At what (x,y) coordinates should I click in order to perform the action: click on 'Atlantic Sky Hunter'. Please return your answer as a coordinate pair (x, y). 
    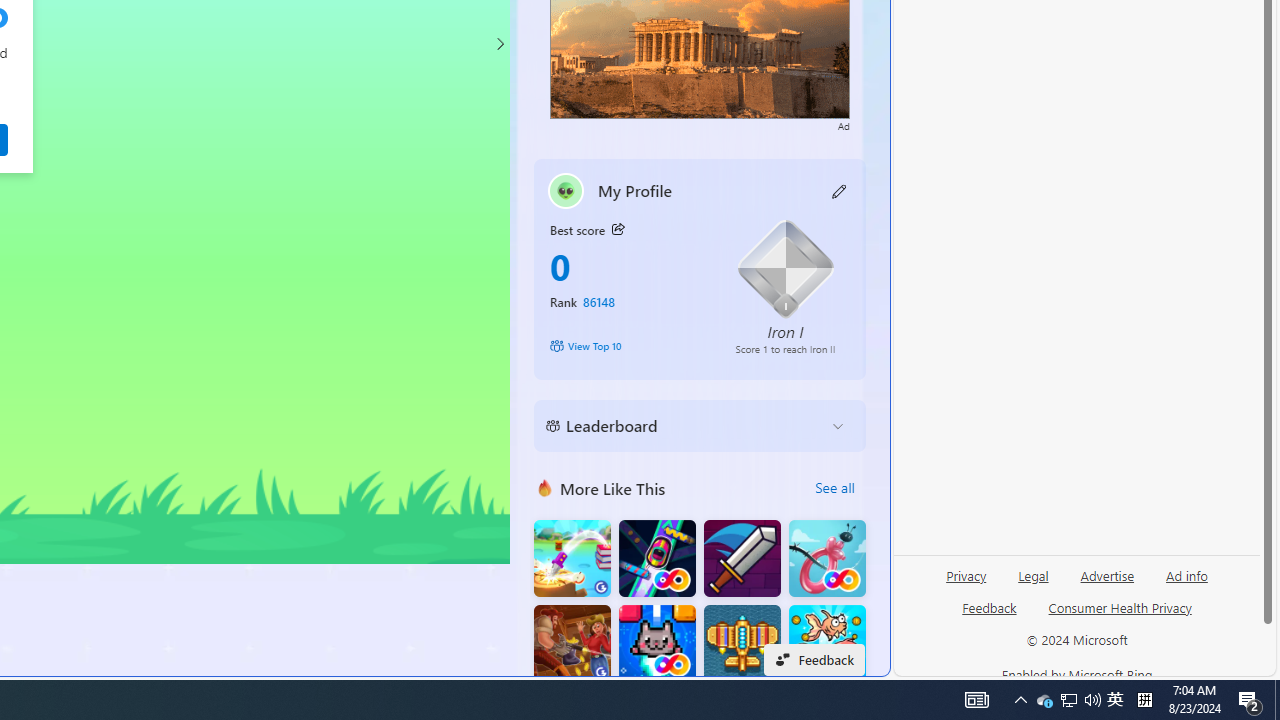
    Looking at the image, I should click on (741, 643).